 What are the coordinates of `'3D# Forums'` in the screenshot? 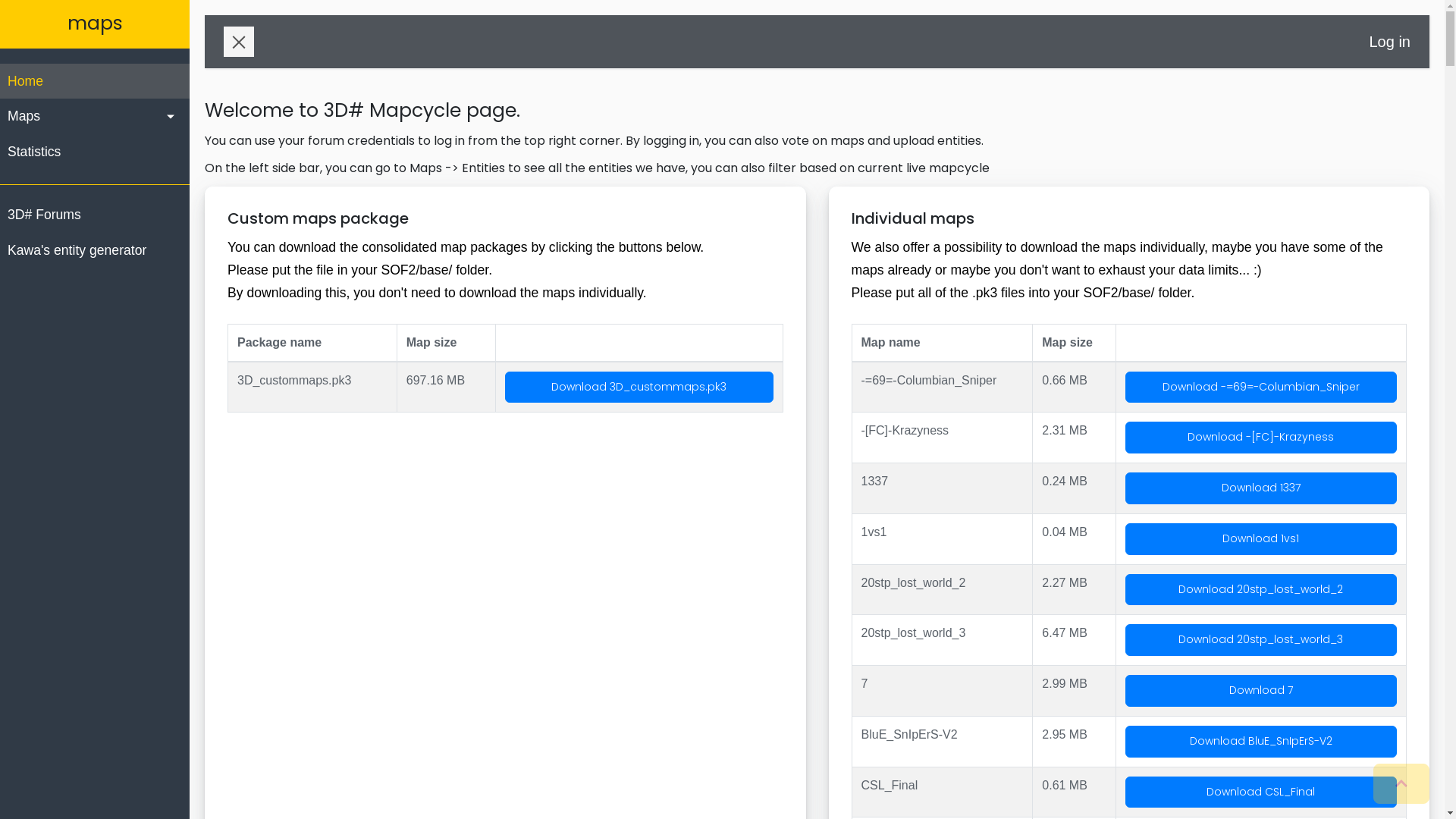 It's located at (93, 214).